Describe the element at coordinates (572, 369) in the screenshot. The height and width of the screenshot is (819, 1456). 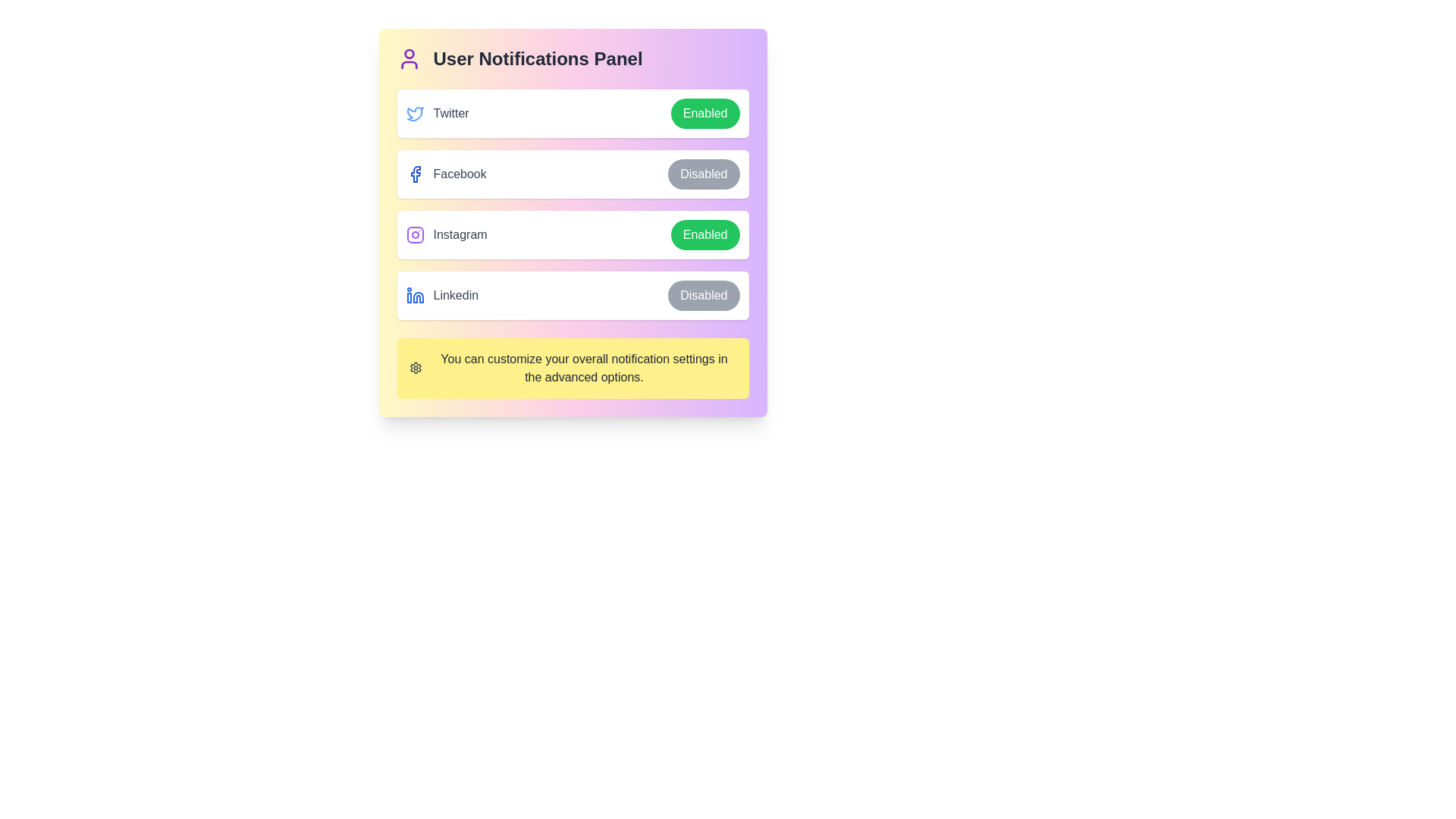
I see `informational text box with a yellow background and settings gear icon stating 'You can customize your overall notification settings in the advanced options.'` at that location.